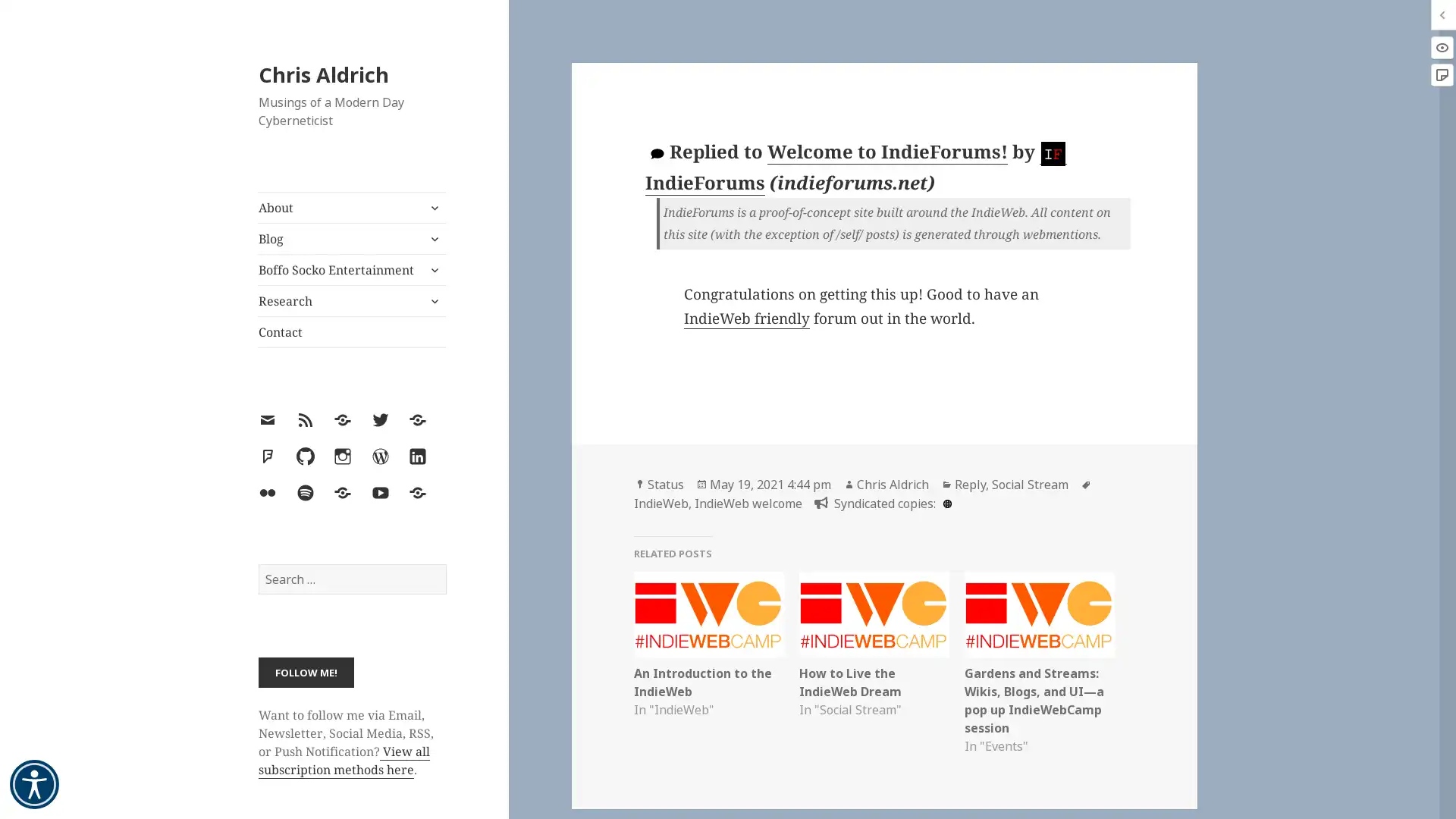 Image resolution: width=1456 pixels, height=819 pixels. I want to click on expand child menu, so click(432, 301).